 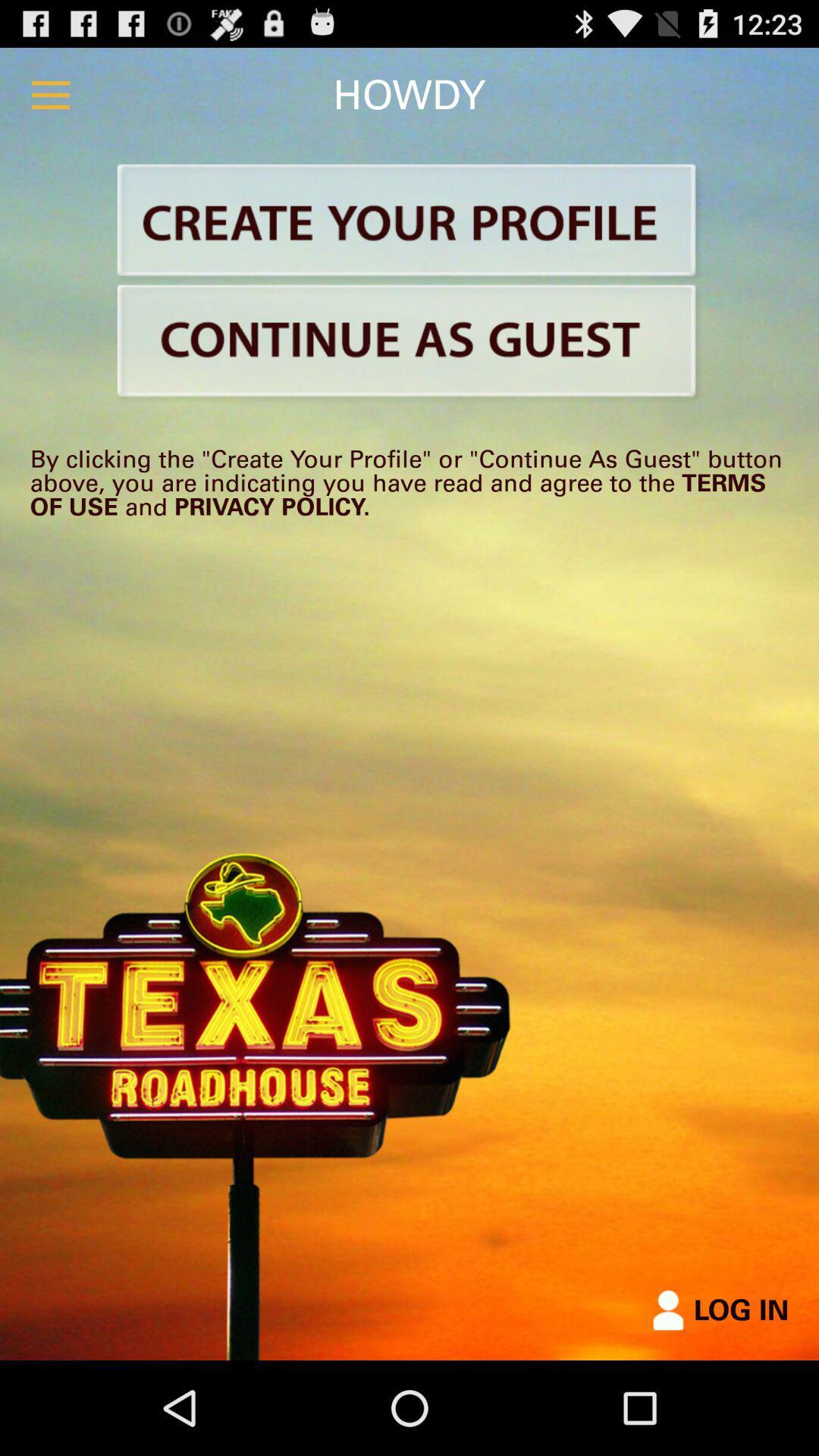 What do you see at coordinates (409, 222) in the screenshot?
I see `create your profile` at bounding box center [409, 222].